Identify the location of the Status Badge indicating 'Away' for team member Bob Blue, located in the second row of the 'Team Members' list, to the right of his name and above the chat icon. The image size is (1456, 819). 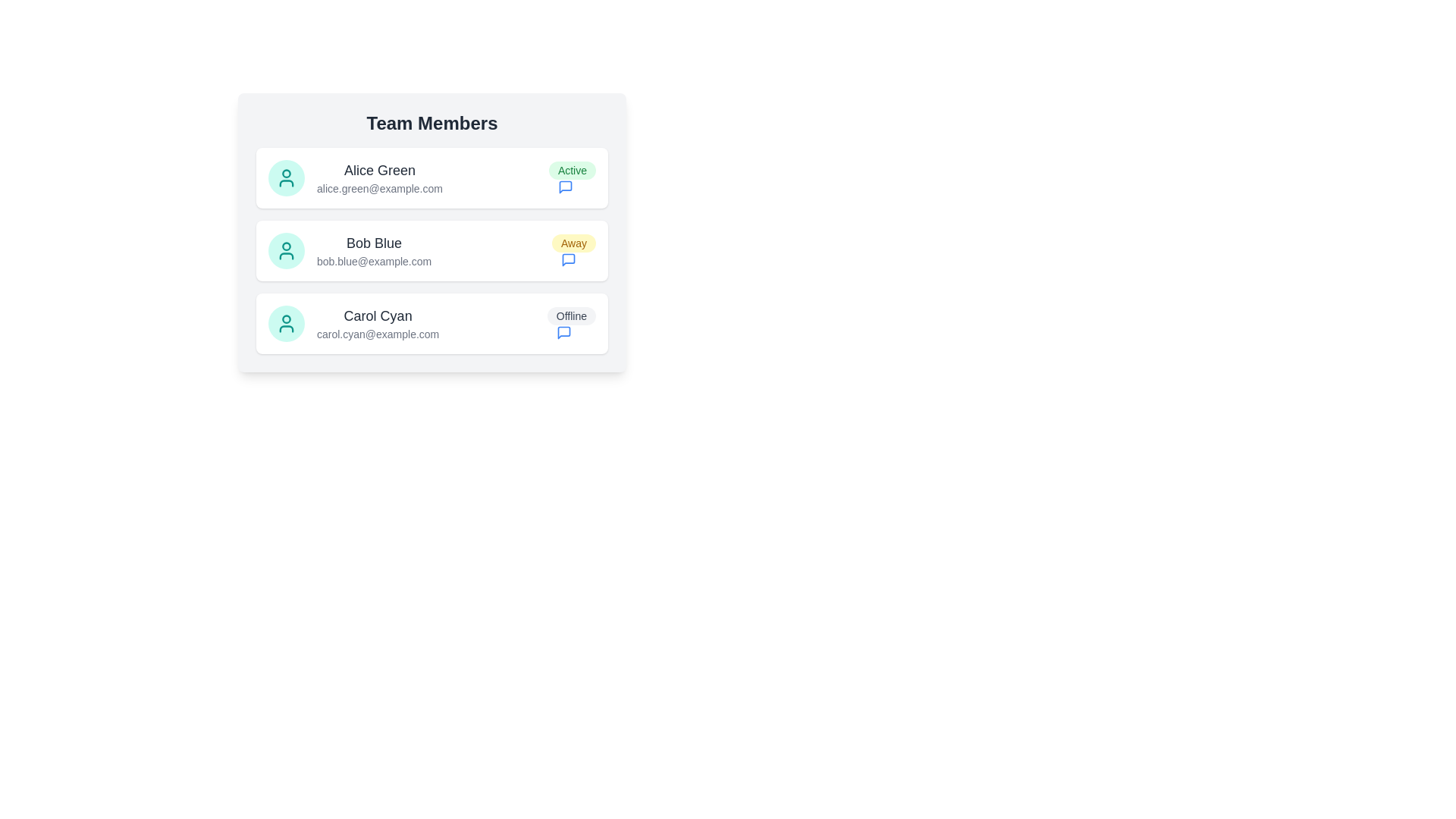
(573, 242).